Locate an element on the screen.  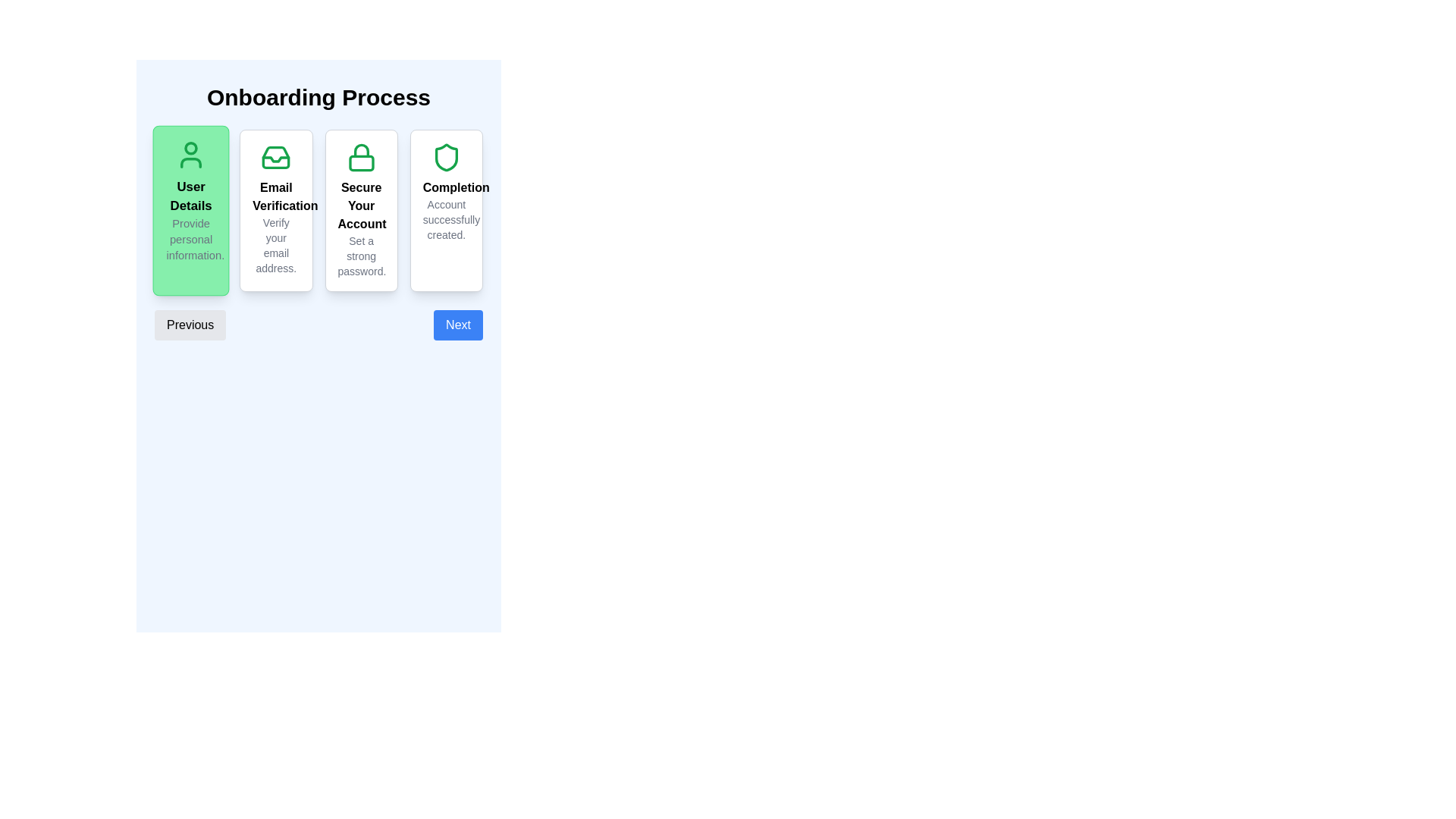
message displayed in the small text block that says 'Account successfully created.' located below the 'Completion' title and adjacent to the green shield icon is located at coordinates (445, 219).